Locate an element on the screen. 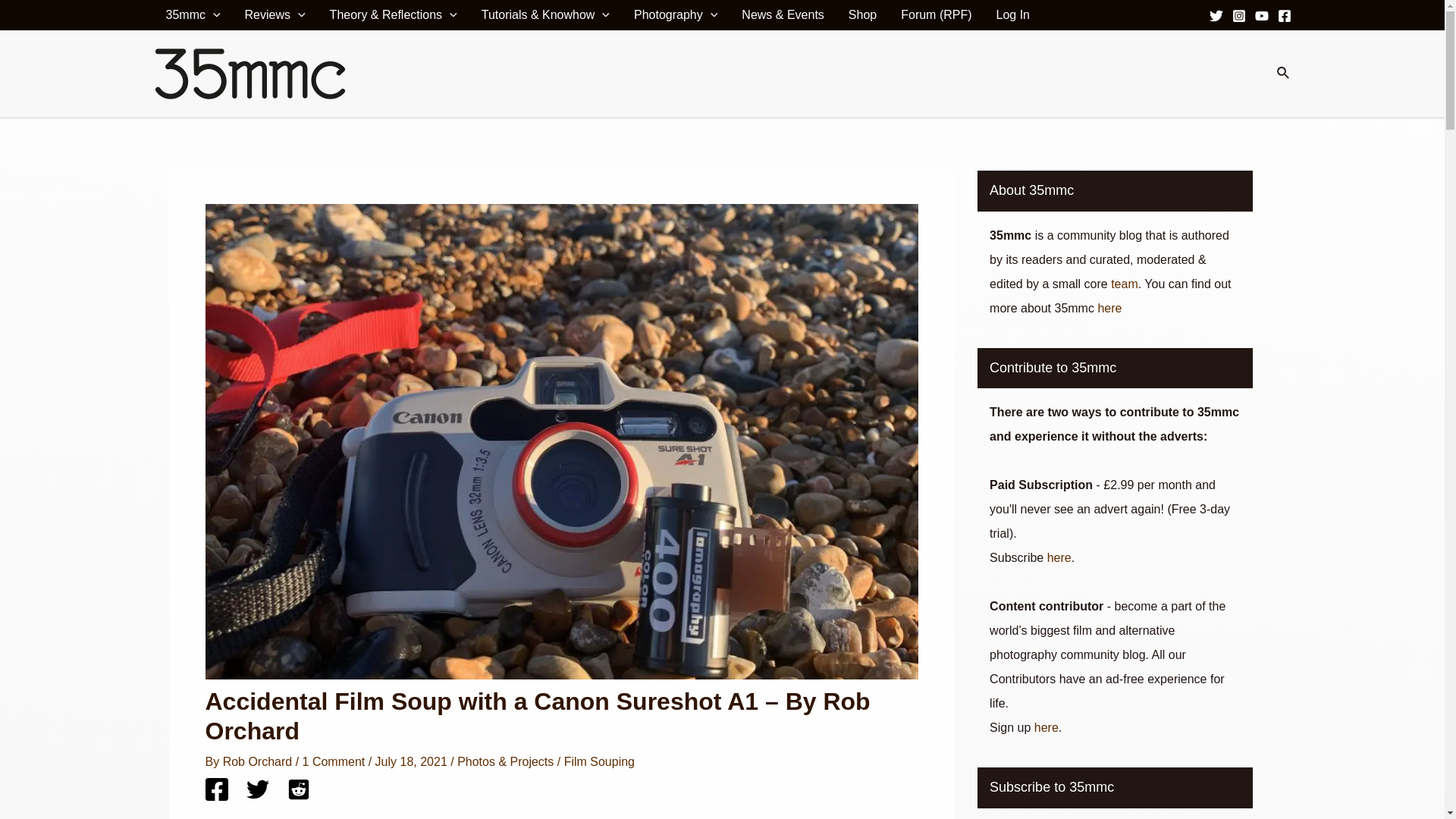 The image size is (1456, 819). 'here' is located at coordinates (1058, 557).